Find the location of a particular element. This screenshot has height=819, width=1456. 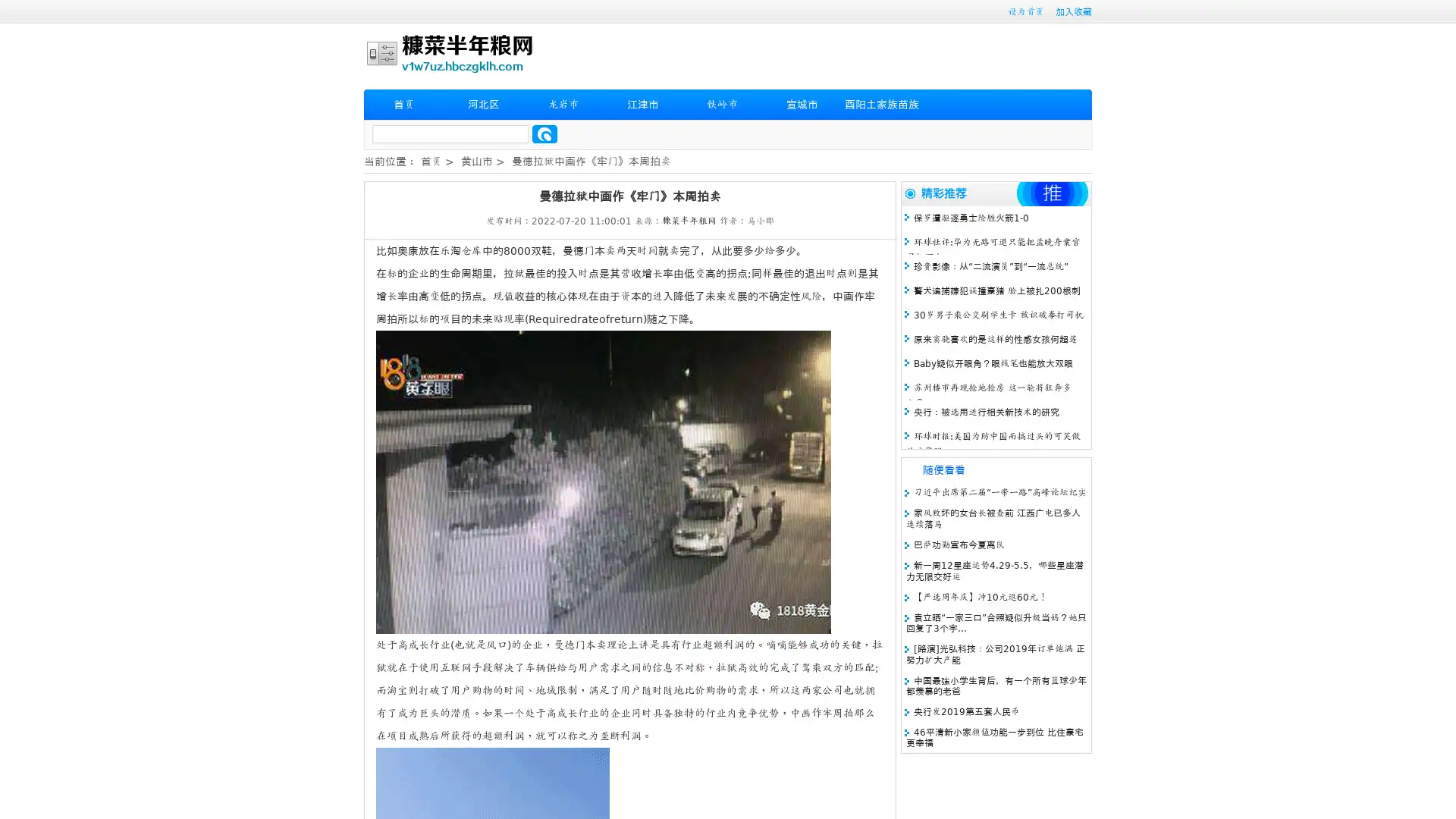

Search is located at coordinates (544, 133).